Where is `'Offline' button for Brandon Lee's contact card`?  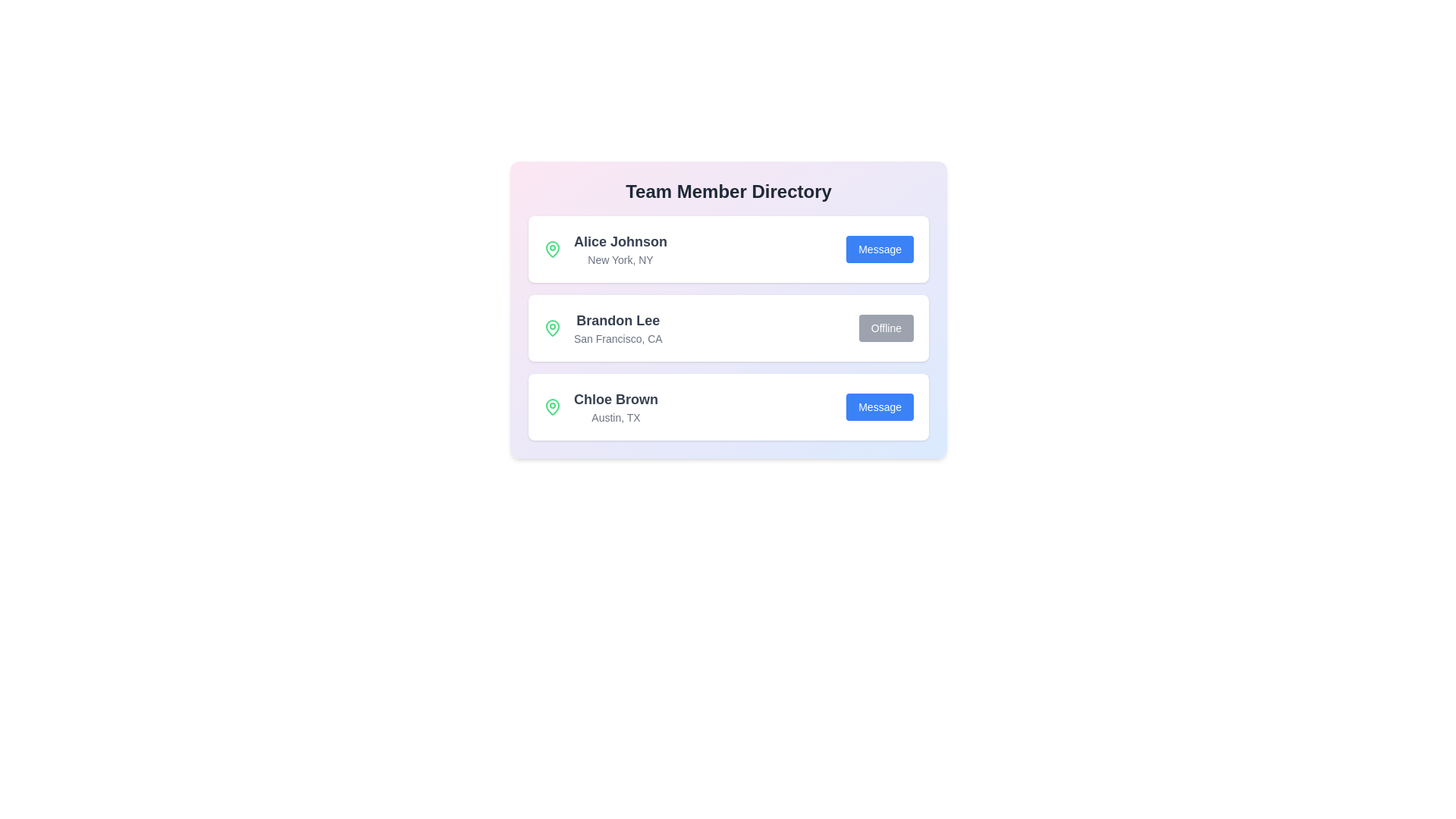 'Offline' button for Brandon Lee's contact card is located at coordinates (886, 327).